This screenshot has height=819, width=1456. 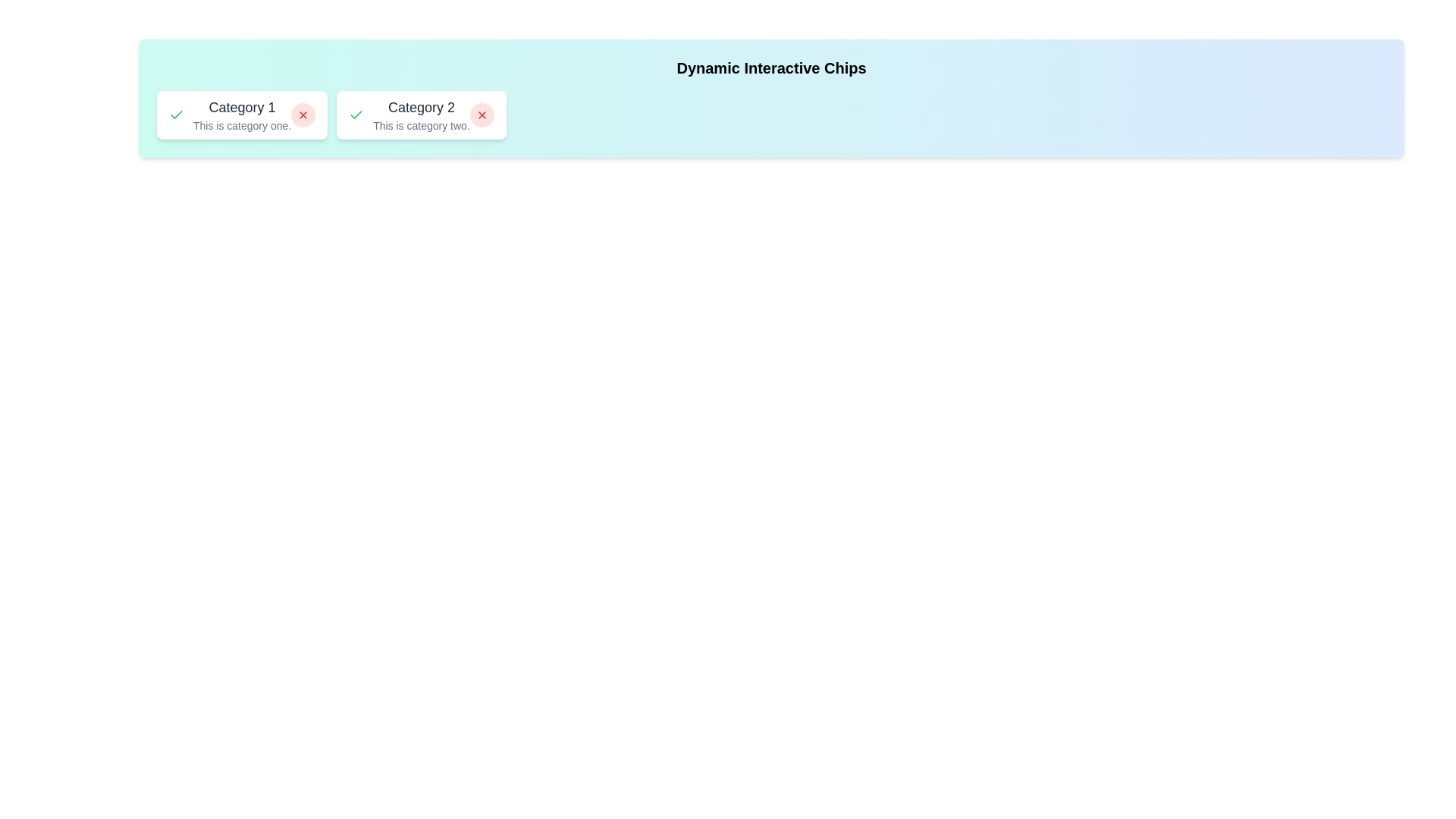 What do you see at coordinates (241, 114) in the screenshot?
I see `the label and description of a chip identified by Category 1` at bounding box center [241, 114].